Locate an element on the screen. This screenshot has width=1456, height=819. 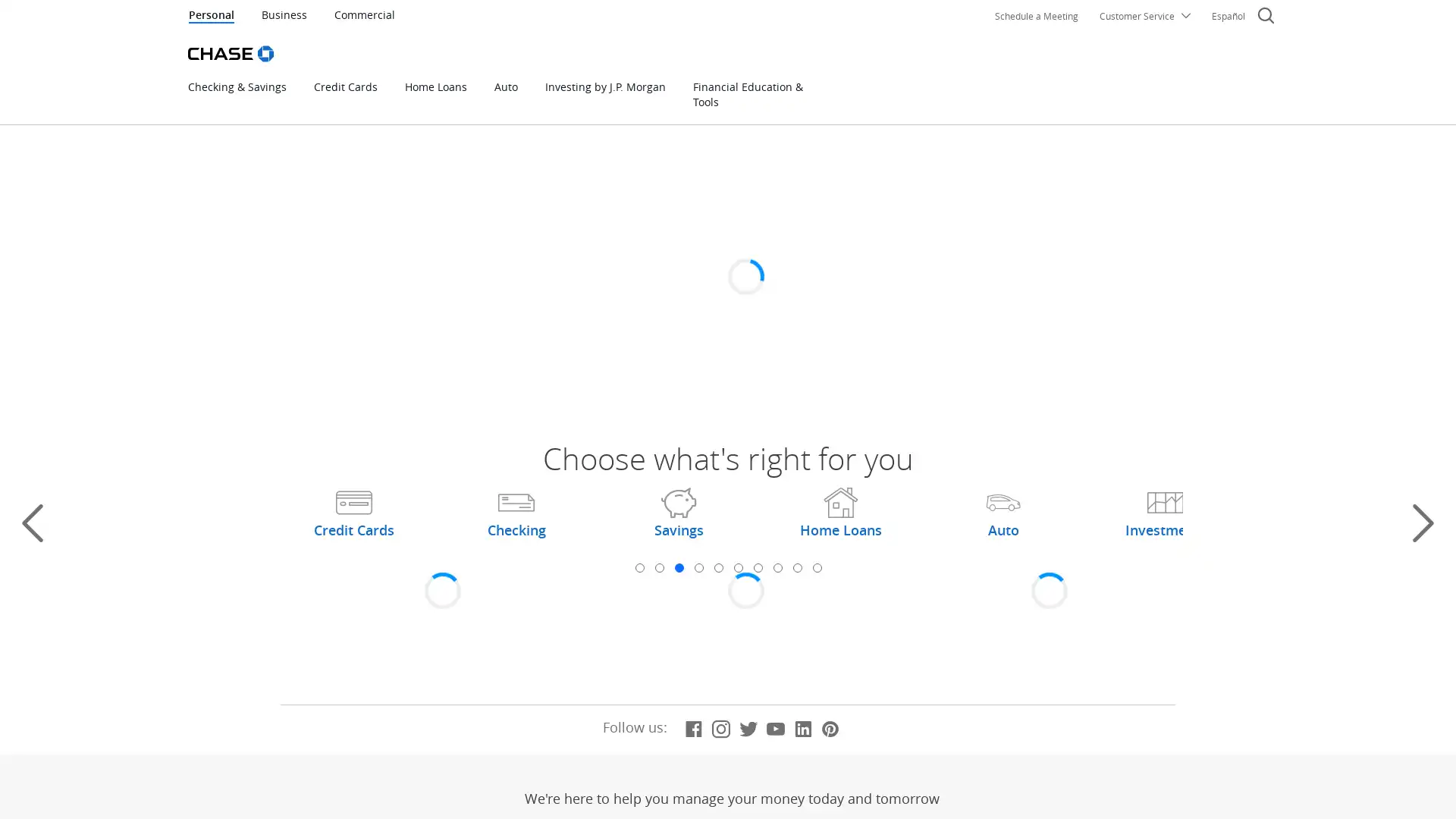
Slide 6 of 10 is located at coordinates (738, 567).